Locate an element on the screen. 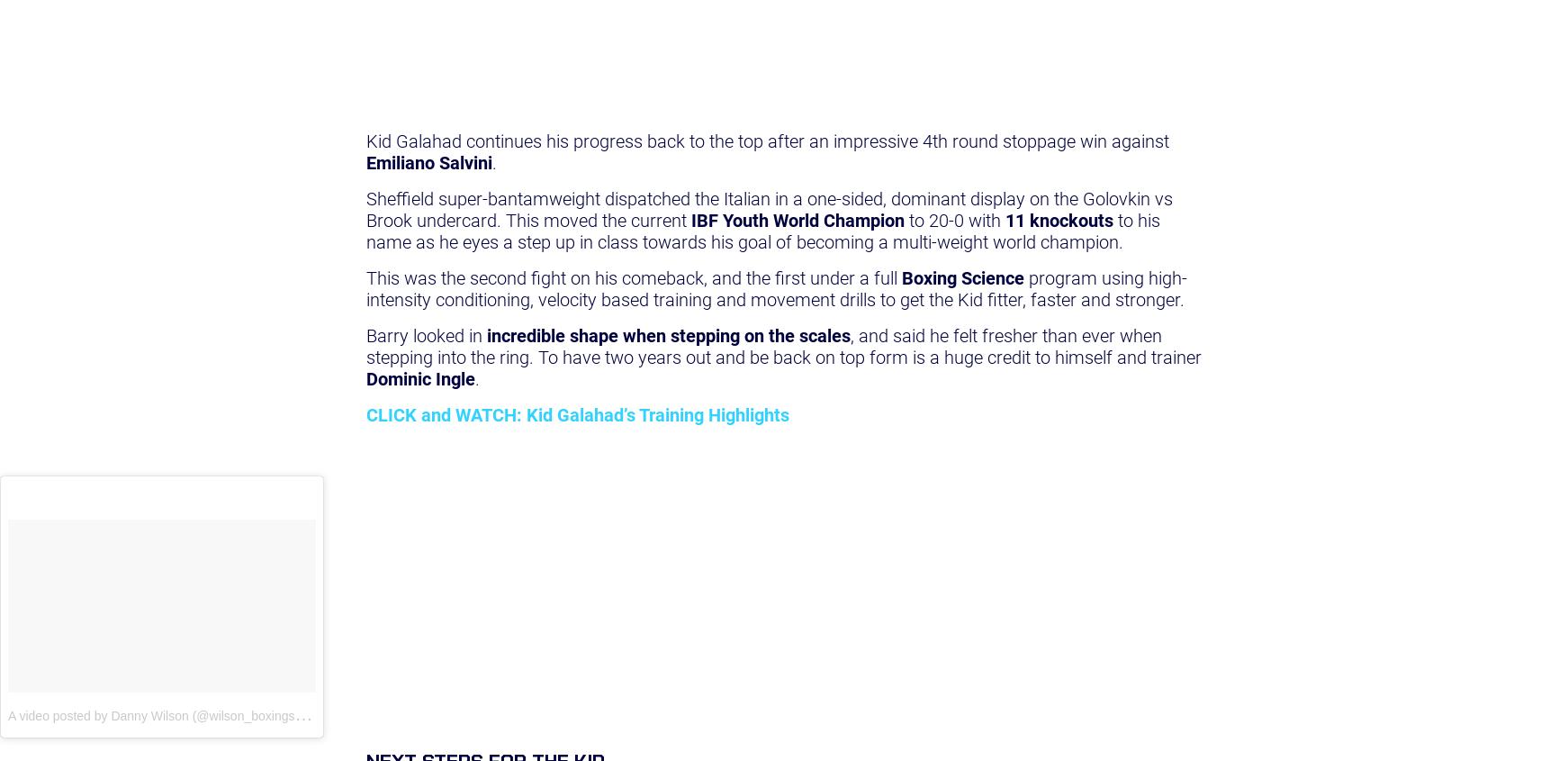 The height and width of the screenshot is (761, 1568). 'incredible shape when stepping on the scales' is located at coordinates (666, 334).